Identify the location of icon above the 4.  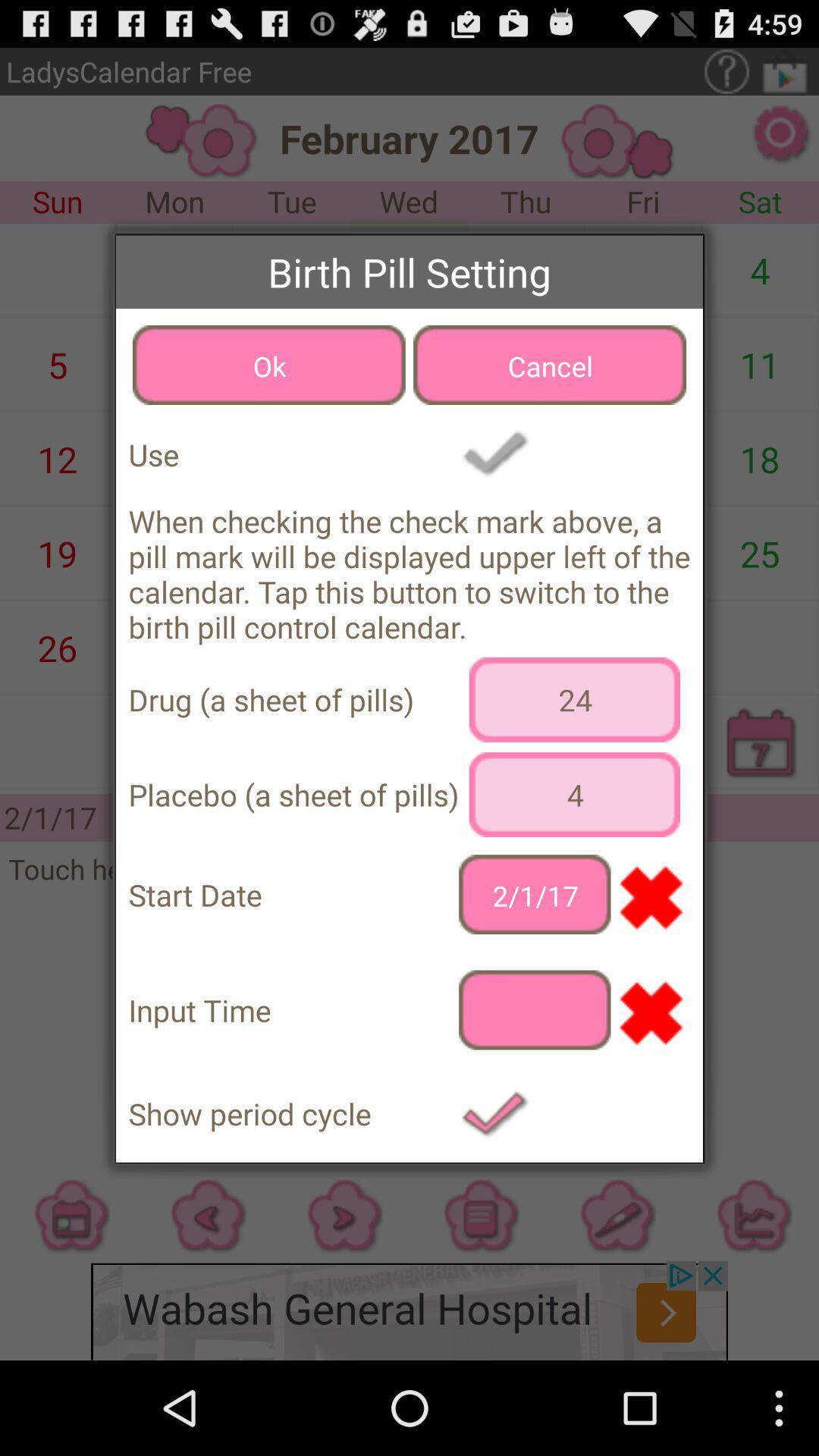
(574, 698).